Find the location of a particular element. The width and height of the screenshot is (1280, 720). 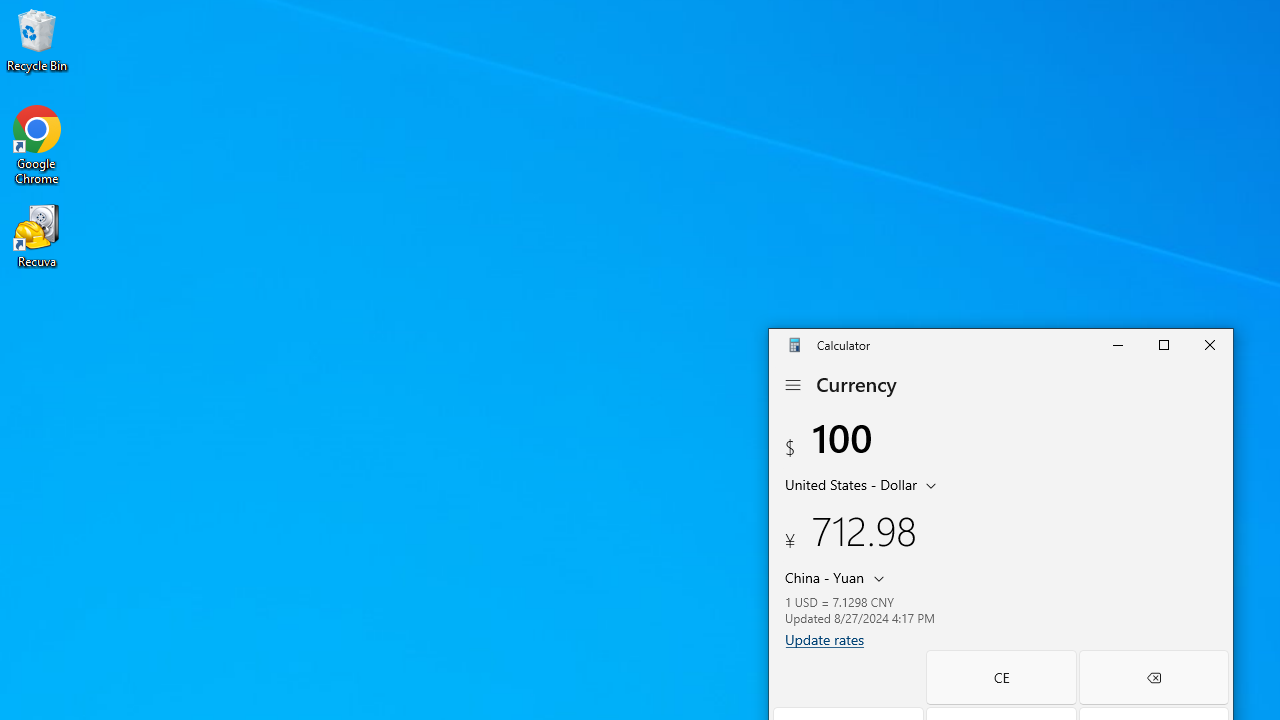

'Open Navigation' is located at coordinates (791, 385).